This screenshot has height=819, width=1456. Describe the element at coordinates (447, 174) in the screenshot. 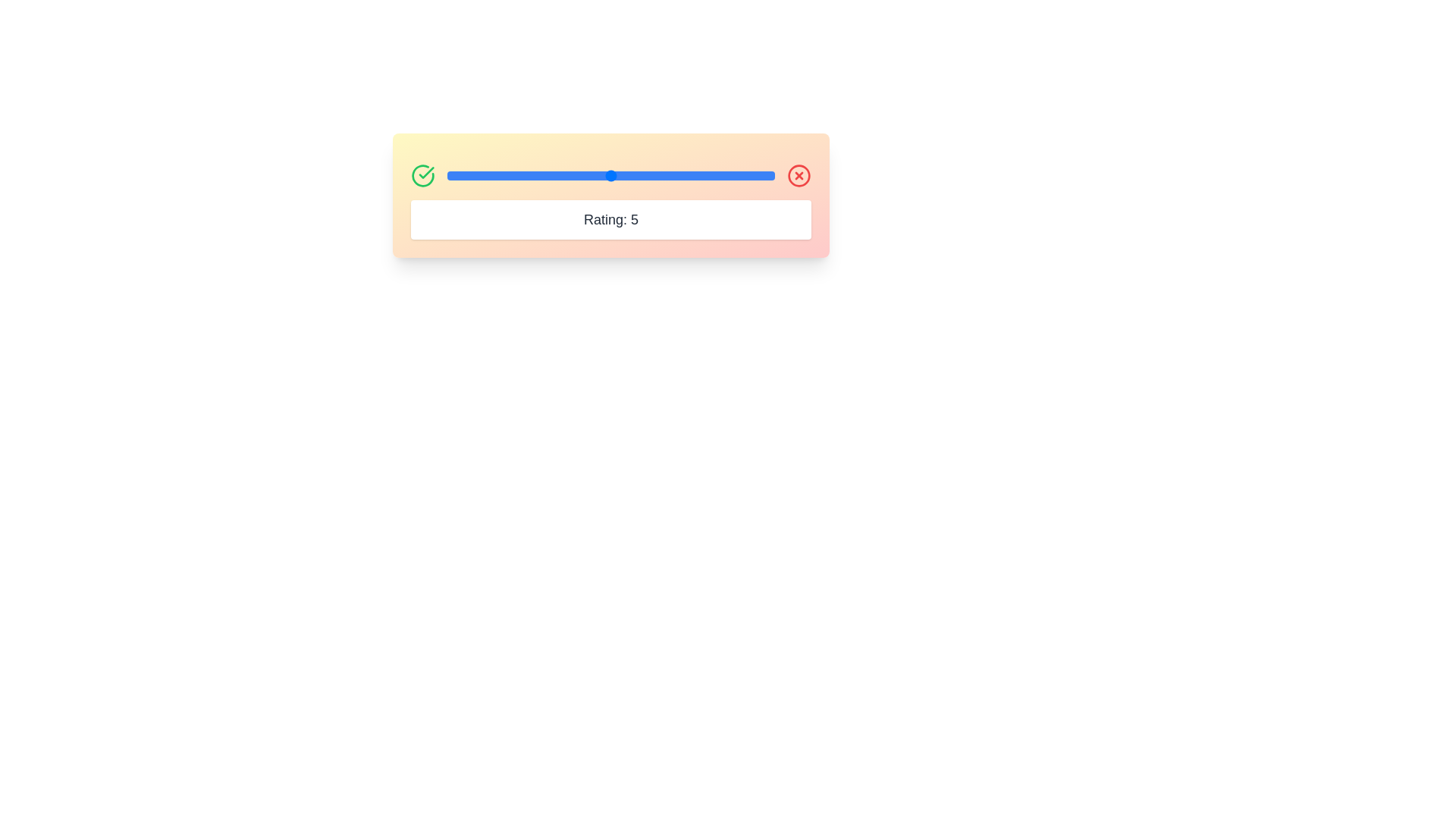

I see `the slider` at that location.